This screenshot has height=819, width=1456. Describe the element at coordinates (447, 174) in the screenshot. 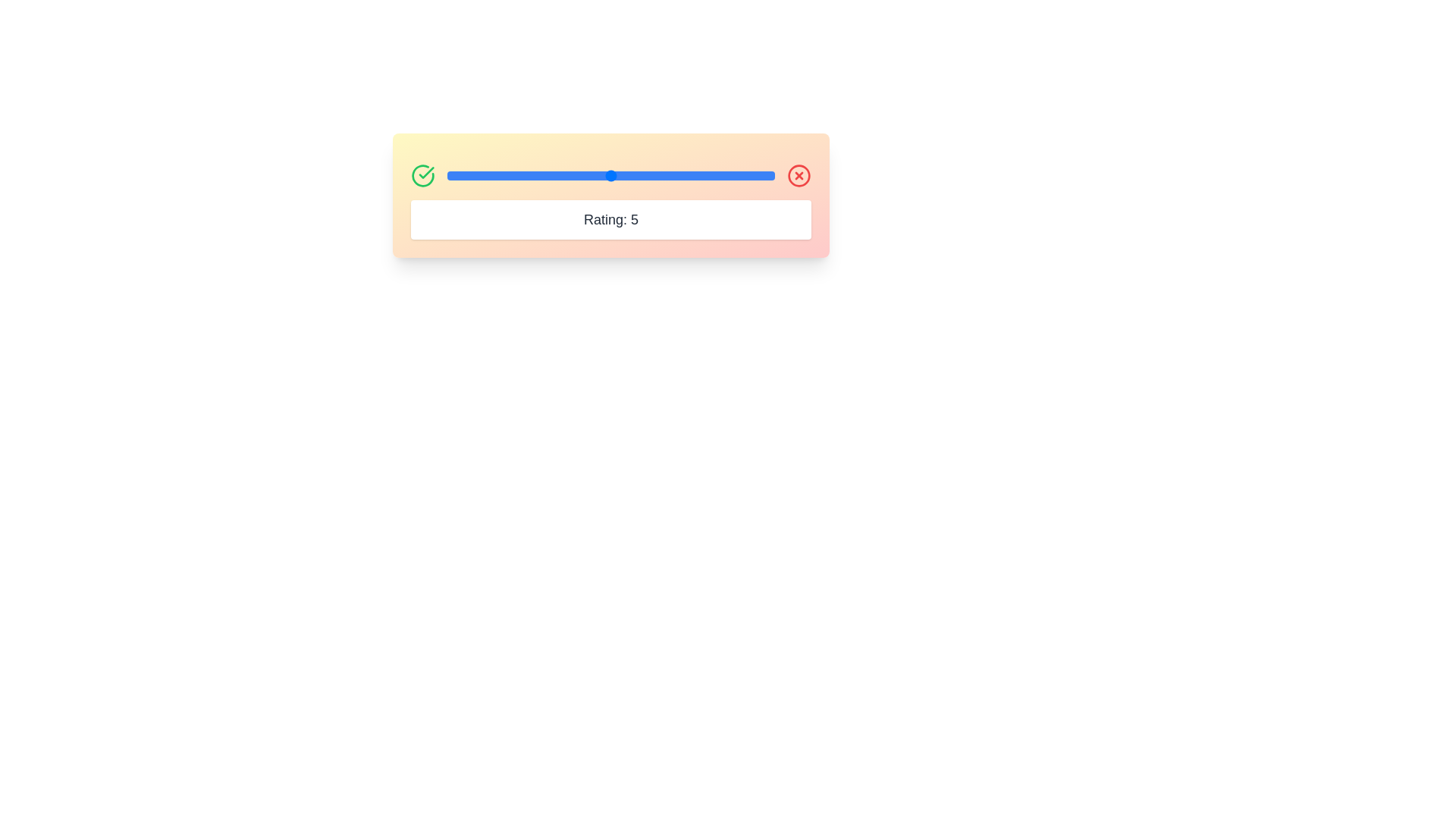

I see `the slider` at that location.